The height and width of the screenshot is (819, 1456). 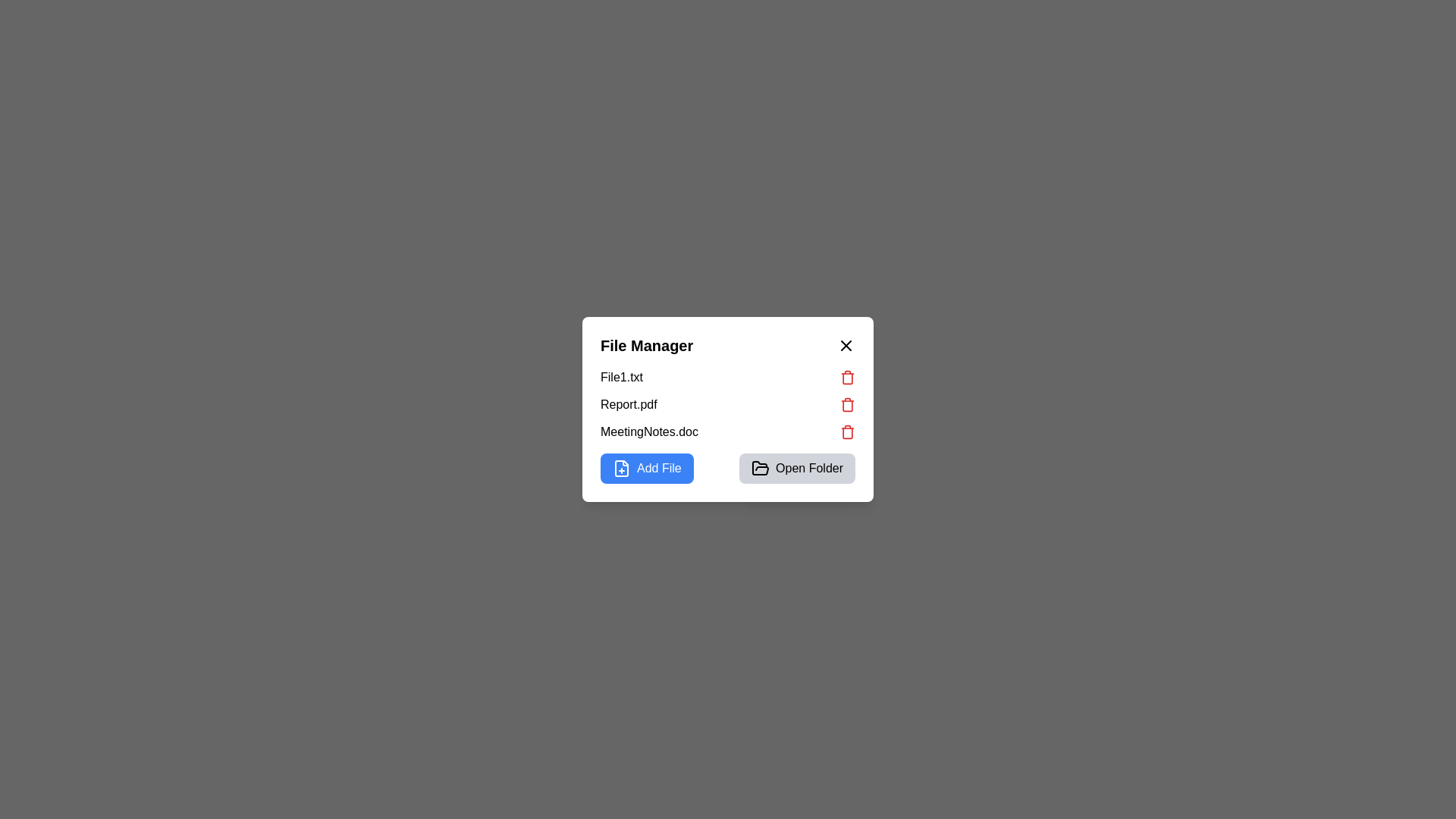 What do you see at coordinates (622, 467) in the screenshot?
I see `the 'Add File' icon within the button` at bounding box center [622, 467].